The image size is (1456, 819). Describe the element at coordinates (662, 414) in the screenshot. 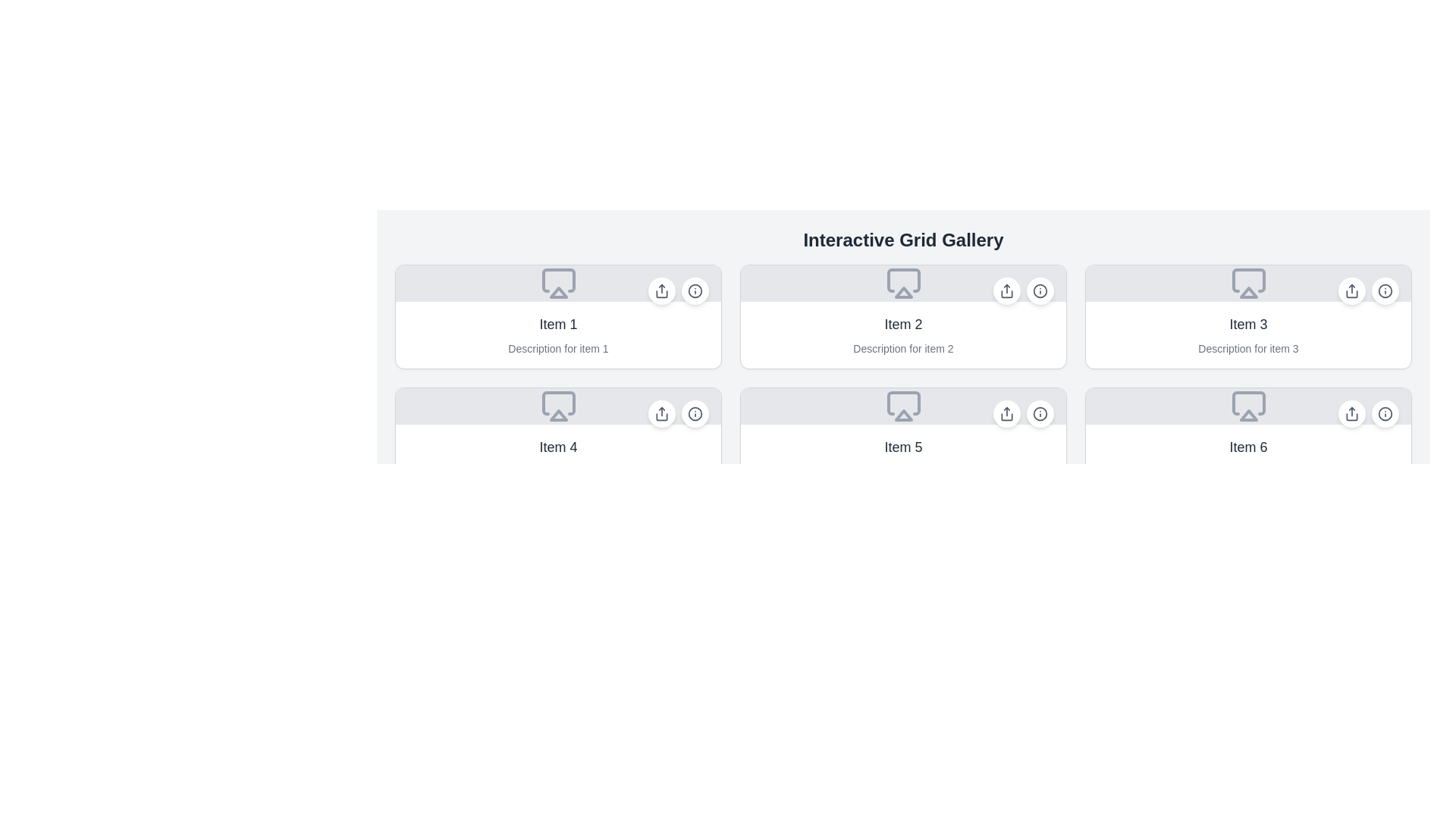

I see `the share icon button located in the top-right corner of 'Item 4' to share the content` at that location.